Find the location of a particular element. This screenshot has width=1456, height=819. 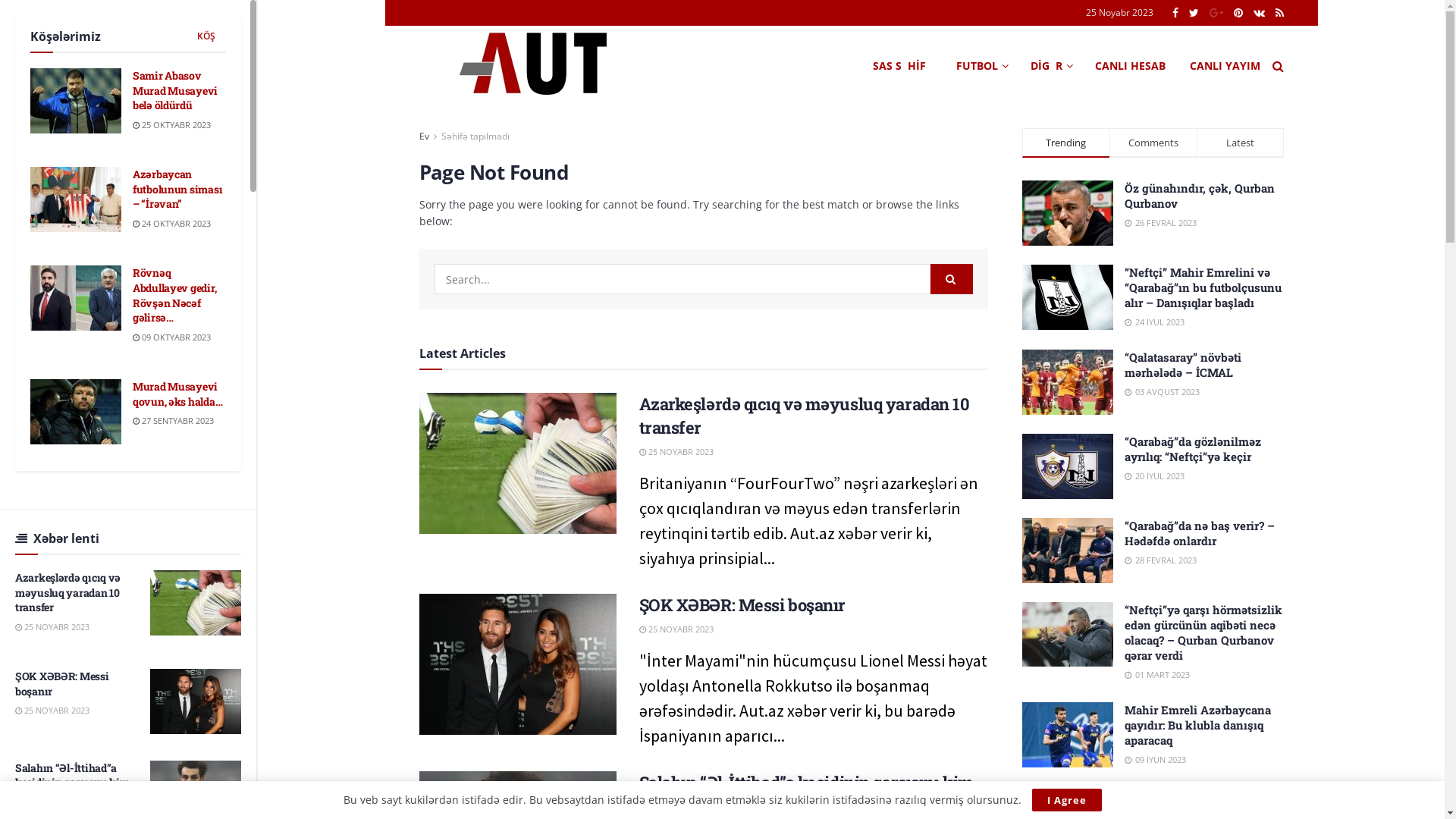

'27 SENTYABR 2023' is located at coordinates (173, 420).